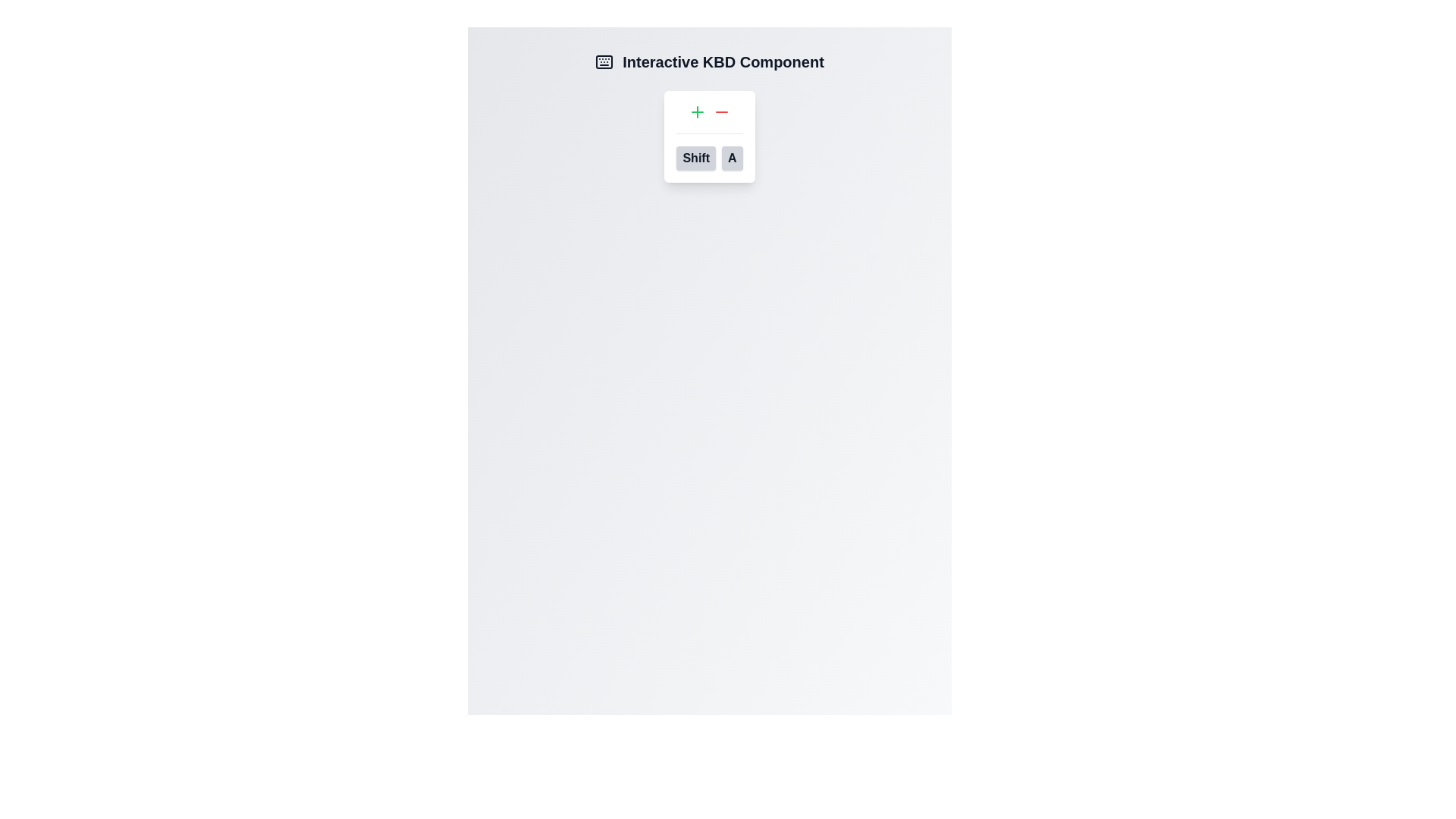  I want to click on the decrement IconButton, which is part of the 'Interactive KBD Component', to change its color to a darker red, so click(720, 111).